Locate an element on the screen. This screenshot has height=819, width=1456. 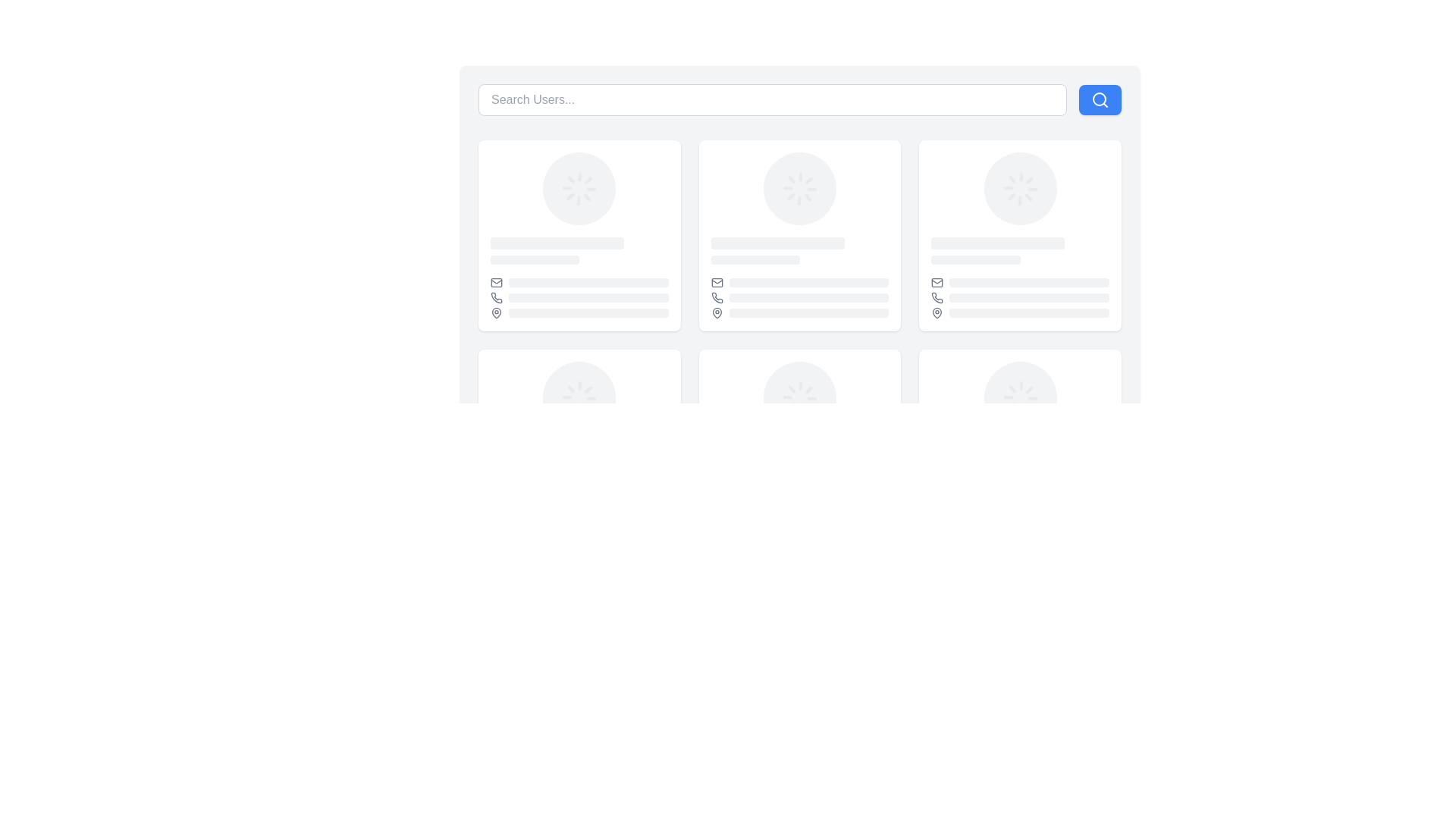
the loading spinner that indicates a loading state for the second card in the upper row of the grid layout is located at coordinates (1020, 188).